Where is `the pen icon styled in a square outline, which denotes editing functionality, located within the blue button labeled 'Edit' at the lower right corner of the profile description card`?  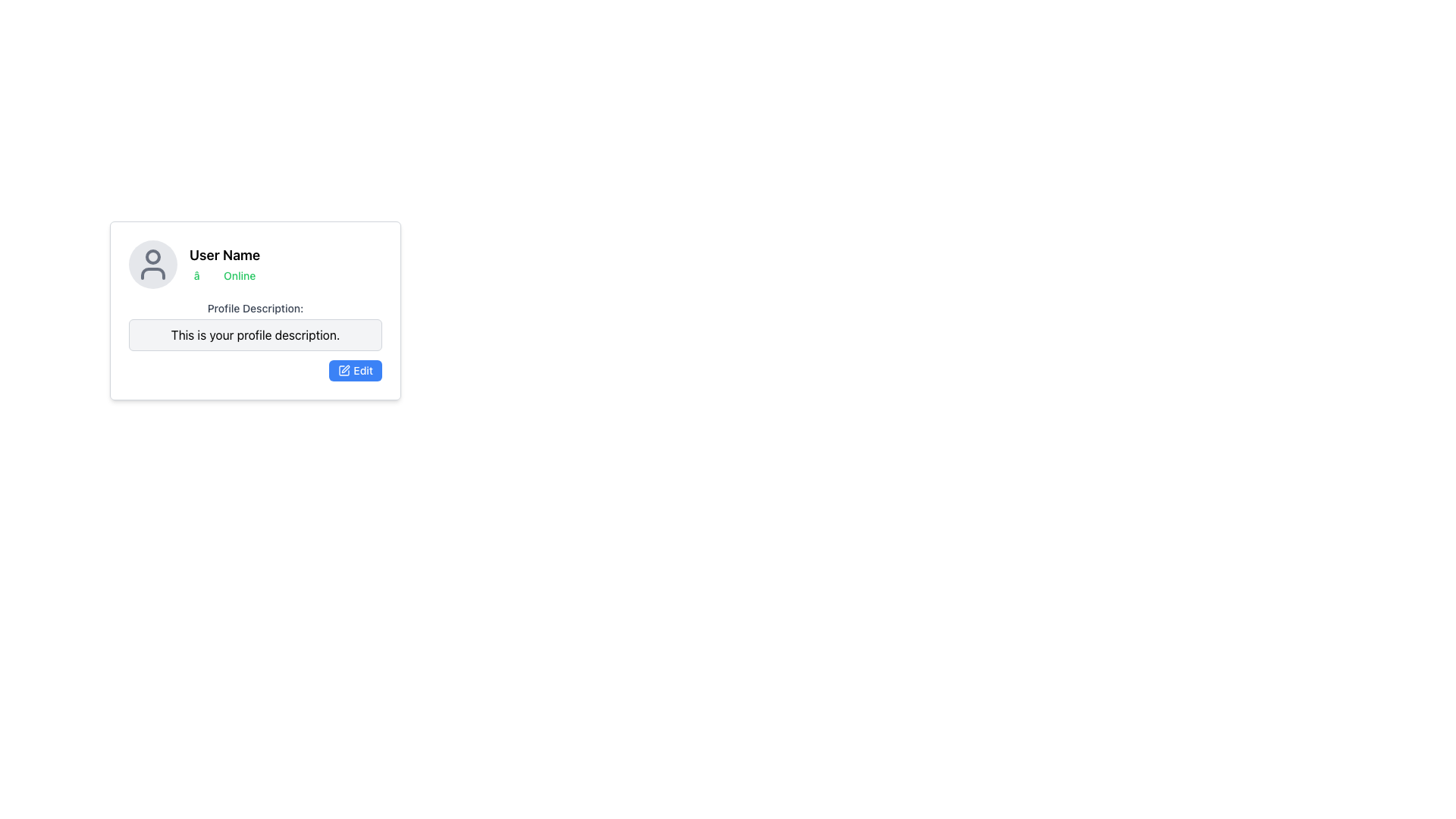
the pen icon styled in a square outline, which denotes editing functionality, located within the blue button labeled 'Edit' at the lower right corner of the profile description card is located at coordinates (344, 371).